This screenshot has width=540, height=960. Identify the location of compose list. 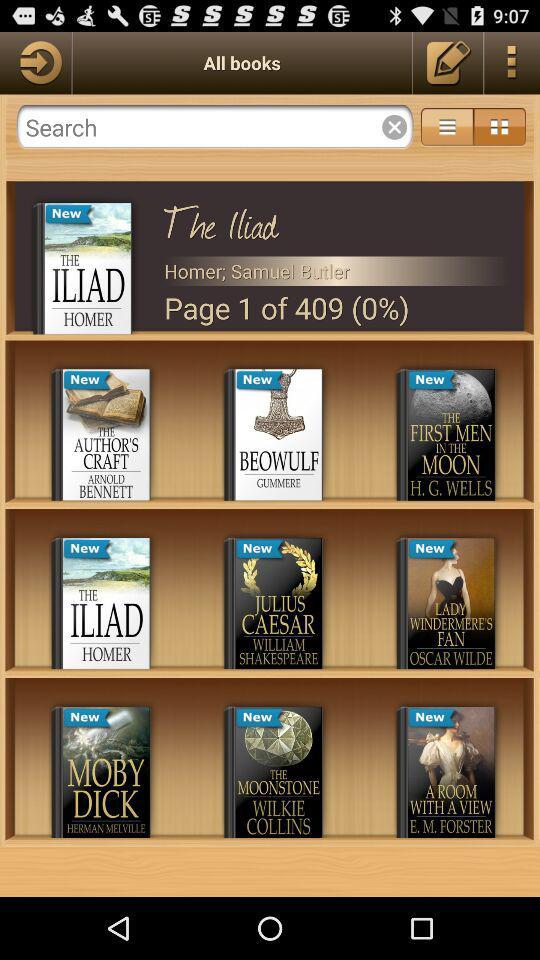
(448, 62).